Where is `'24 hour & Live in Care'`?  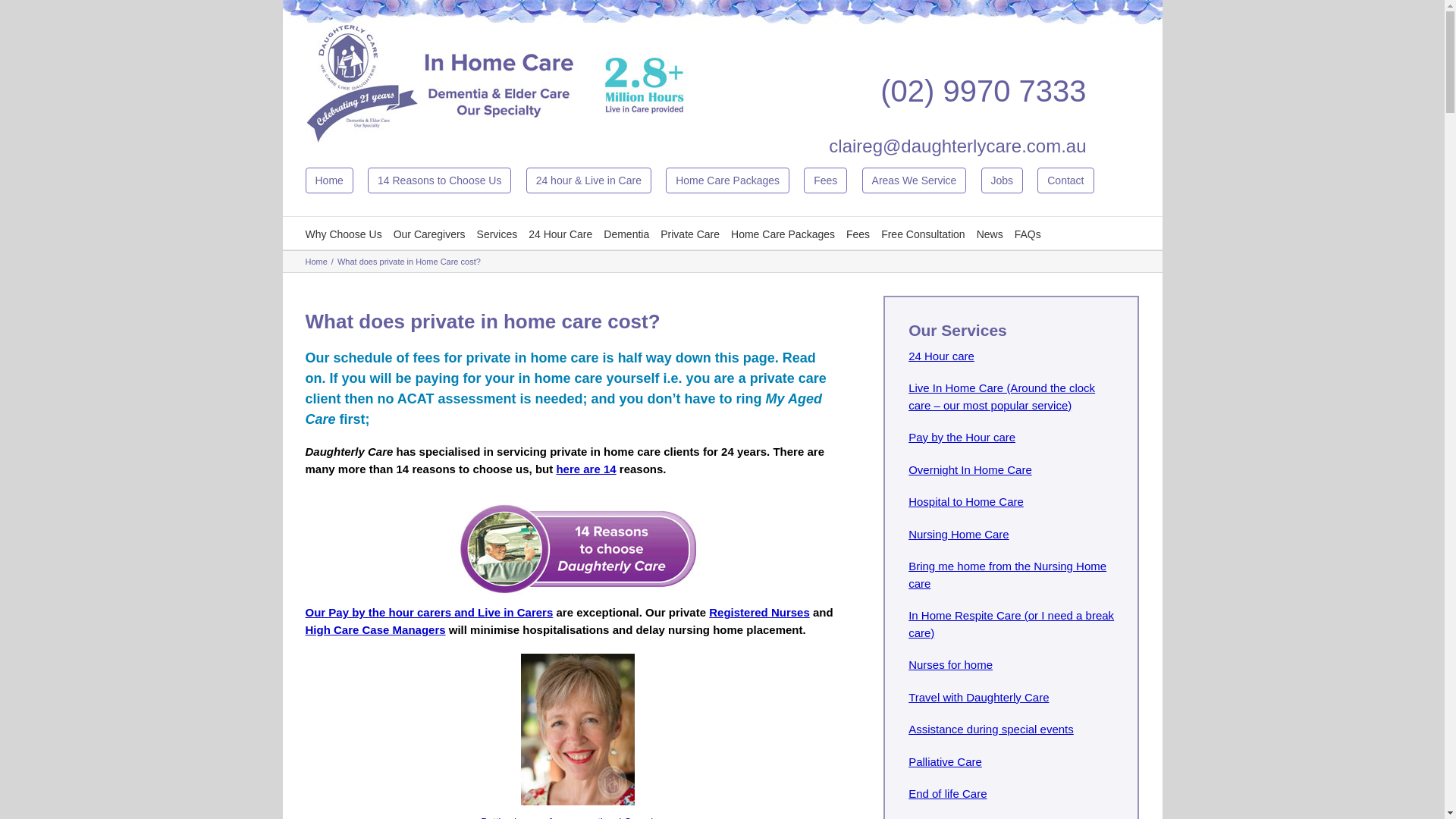
'24 hour & Live in Care' is located at coordinates (588, 180).